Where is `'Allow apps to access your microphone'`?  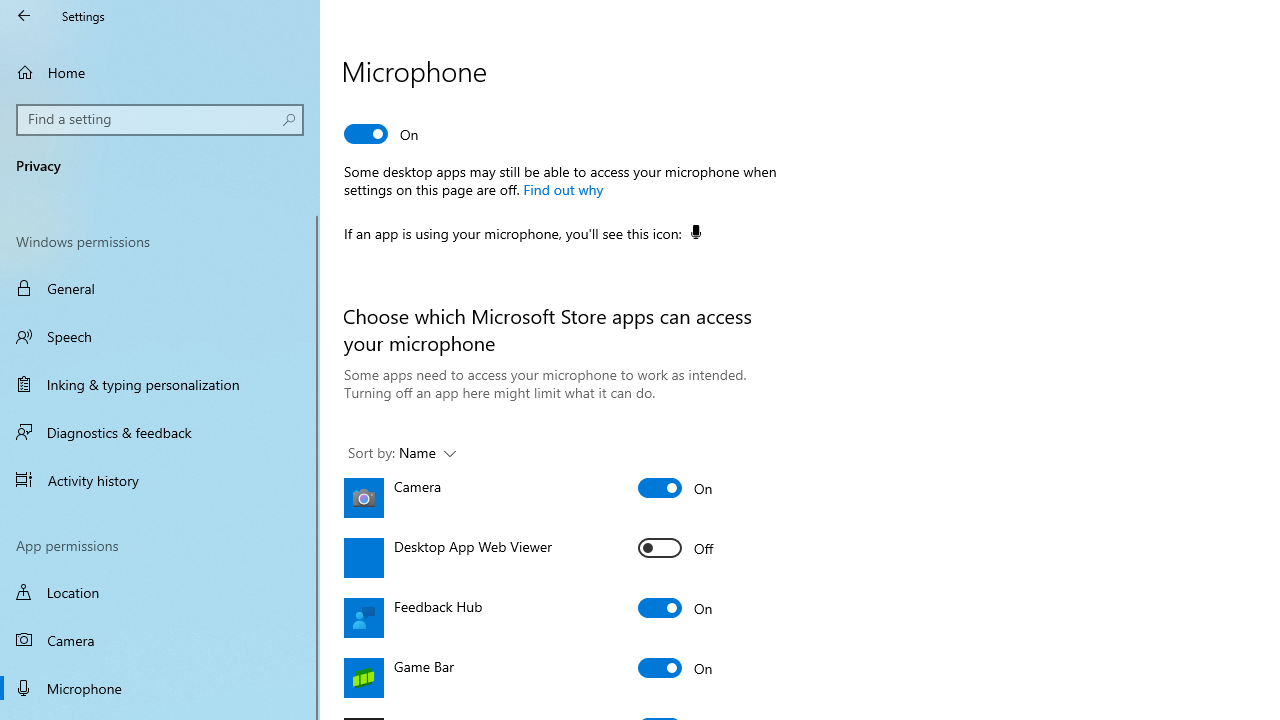
'Allow apps to access your microphone' is located at coordinates (382, 133).